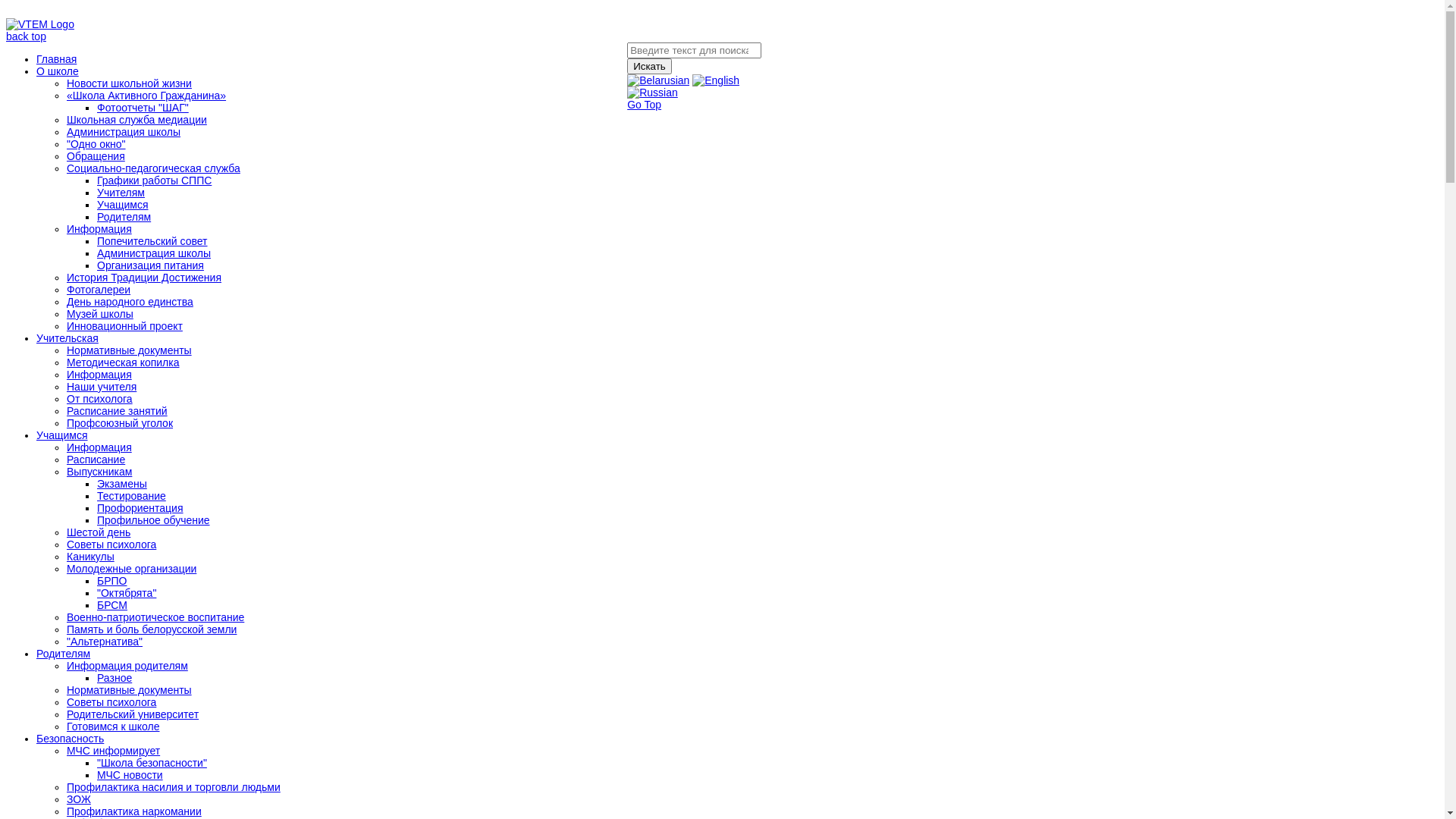 This screenshot has height=819, width=1456. I want to click on 'Go Top', so click(644, 104).